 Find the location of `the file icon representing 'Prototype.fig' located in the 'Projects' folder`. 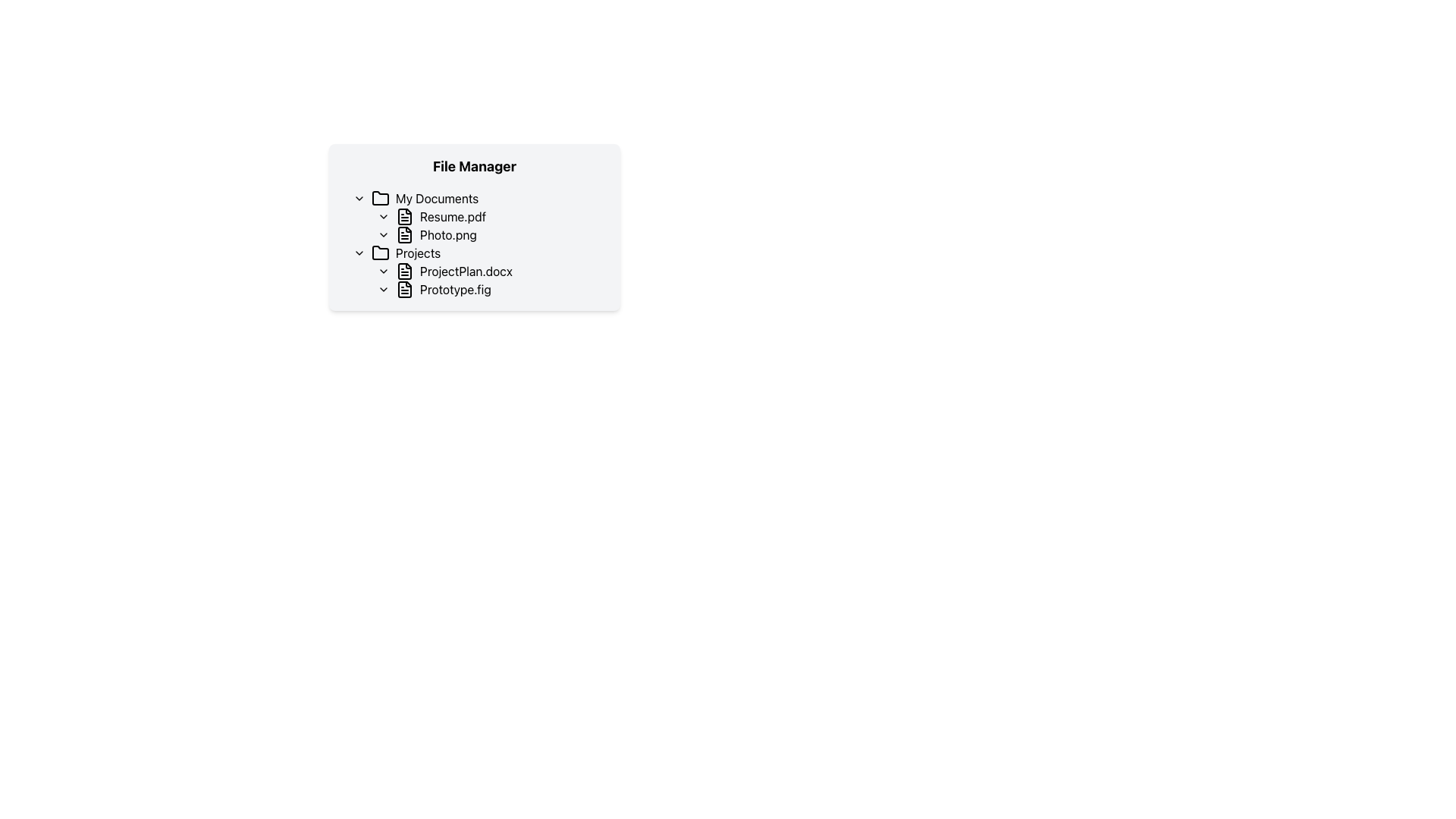

the file icon representing 'Prototype.fig' located in the 'Projects' folder is located at coordinates (404, 289).